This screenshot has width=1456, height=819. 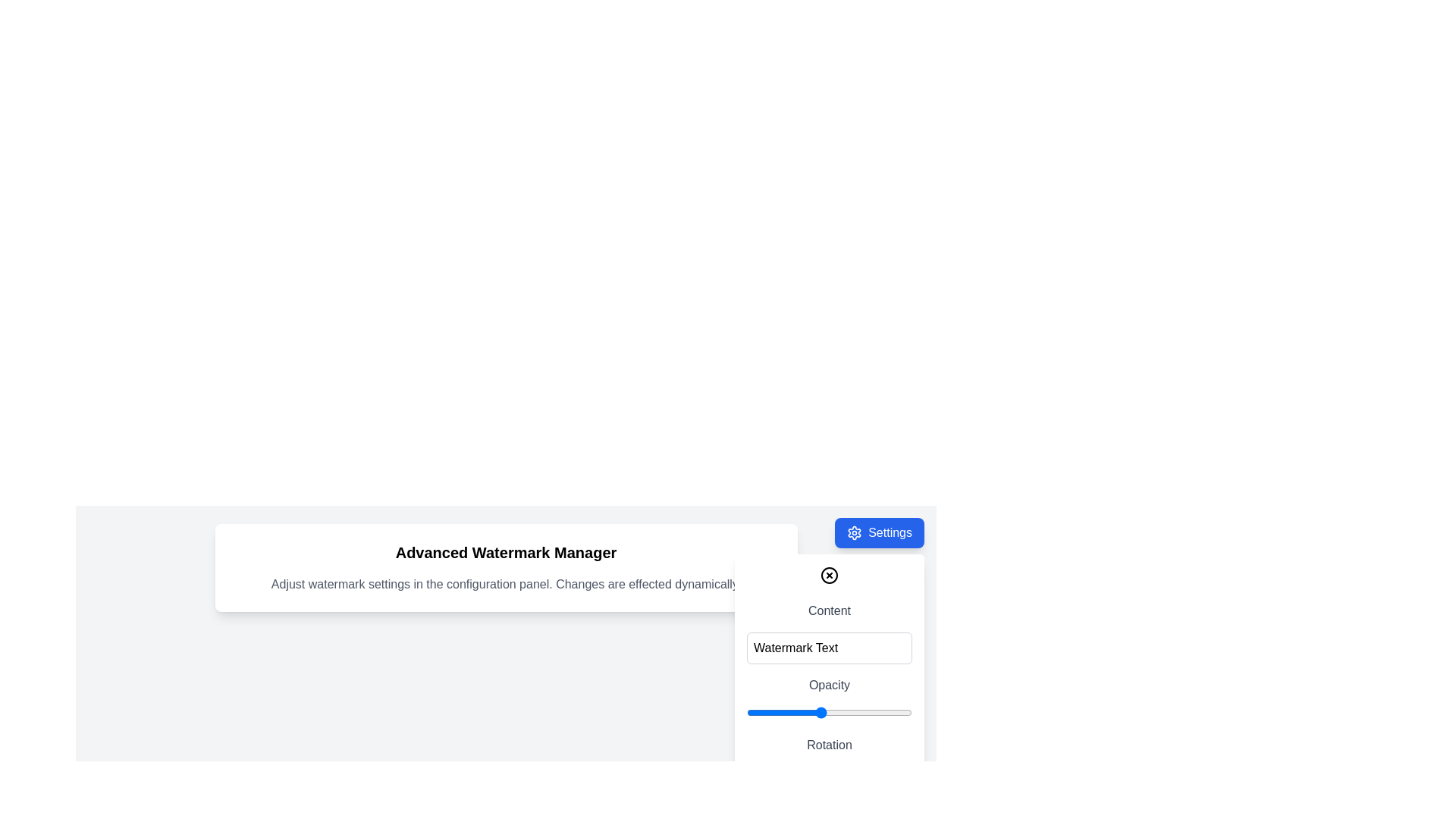 I want to click on rotation angle, so click(x=874, y=772).